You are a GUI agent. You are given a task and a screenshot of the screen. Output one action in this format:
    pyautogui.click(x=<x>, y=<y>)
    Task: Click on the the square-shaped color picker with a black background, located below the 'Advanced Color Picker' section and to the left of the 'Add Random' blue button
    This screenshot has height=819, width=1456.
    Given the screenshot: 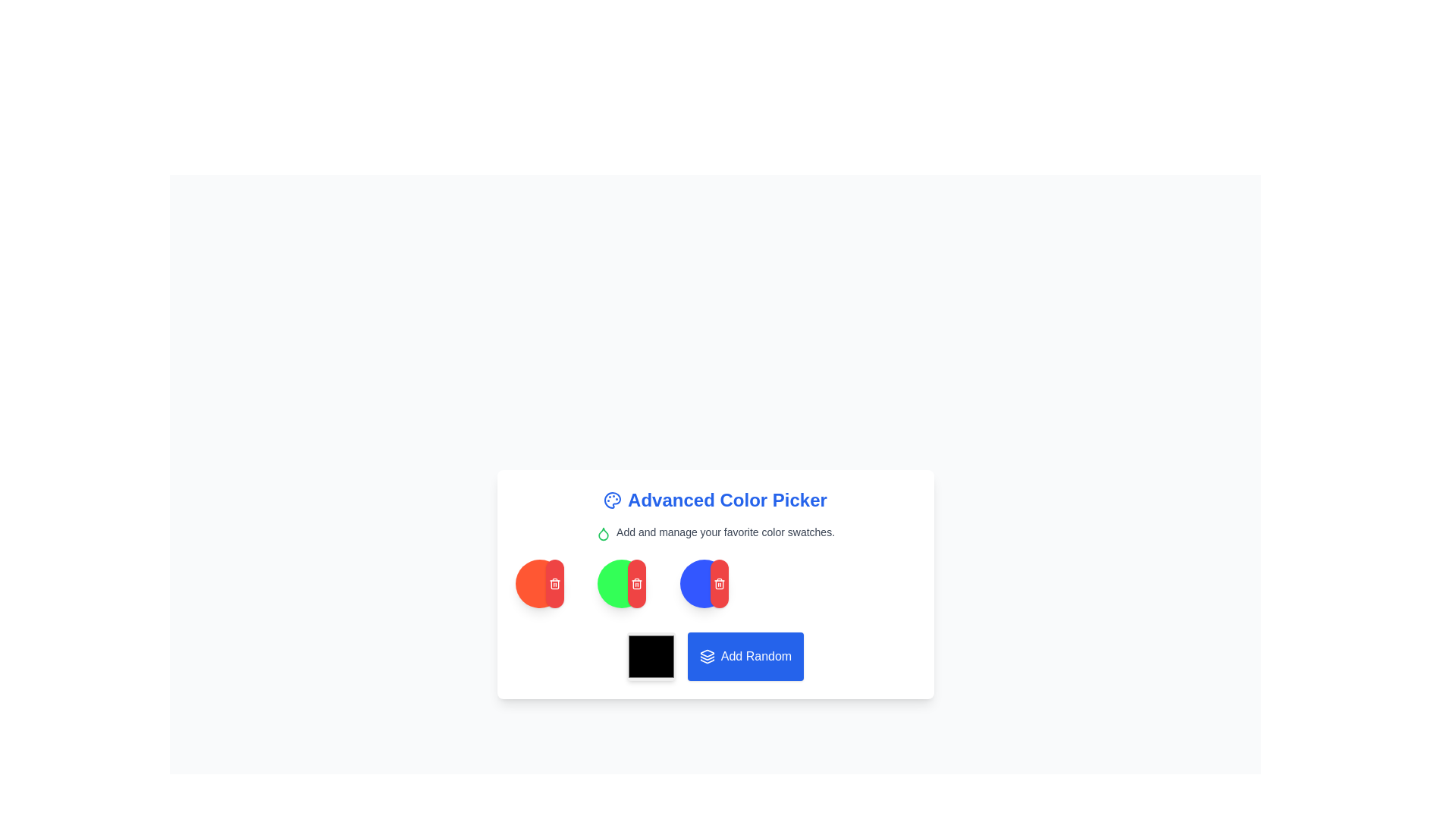 What is the action you would take?
    pyautogui.click(x=651, y=655)
    